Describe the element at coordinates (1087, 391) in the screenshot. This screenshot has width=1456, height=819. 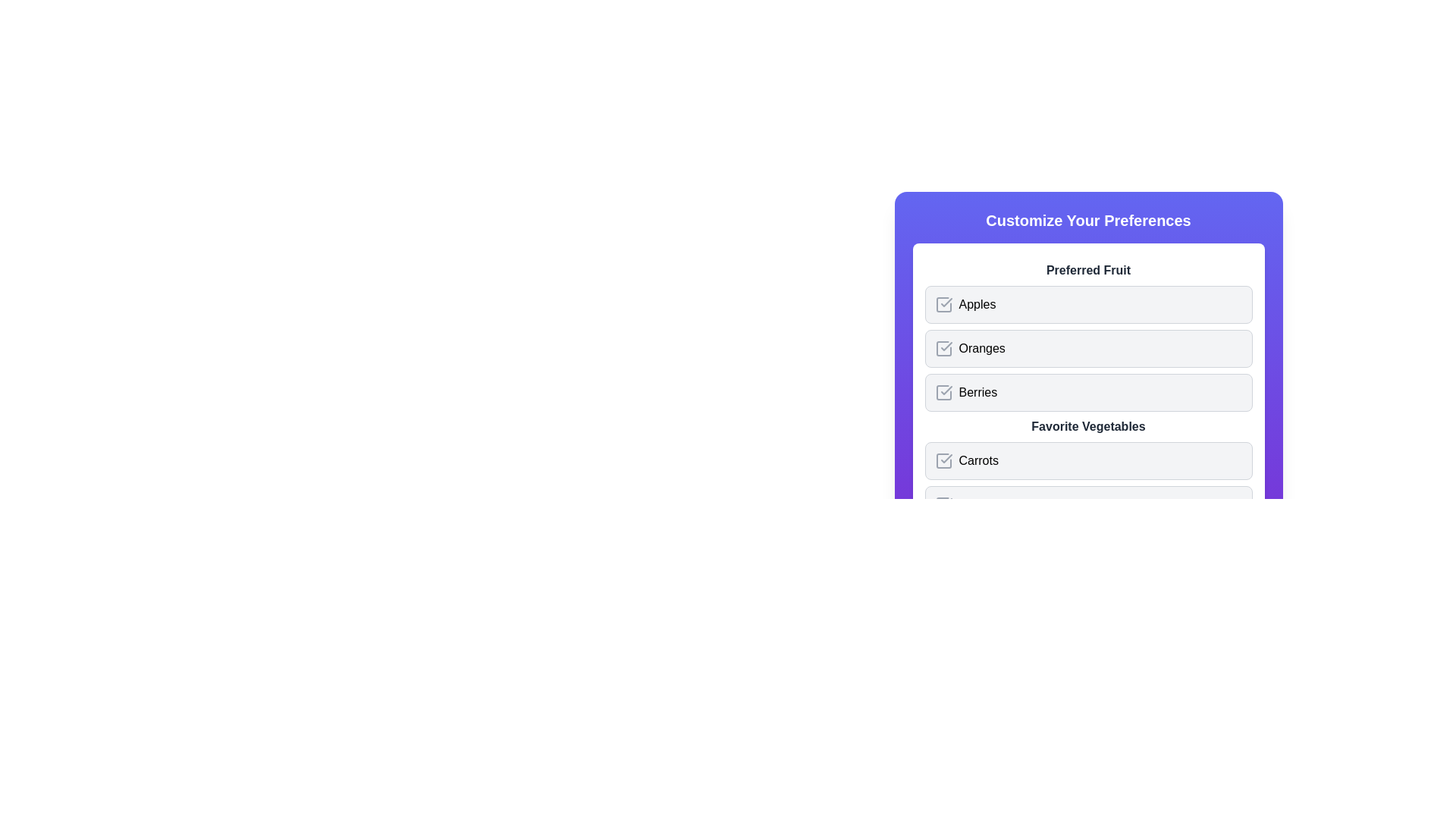
I see `the Checkbox labeled 'Berries'` at that location.